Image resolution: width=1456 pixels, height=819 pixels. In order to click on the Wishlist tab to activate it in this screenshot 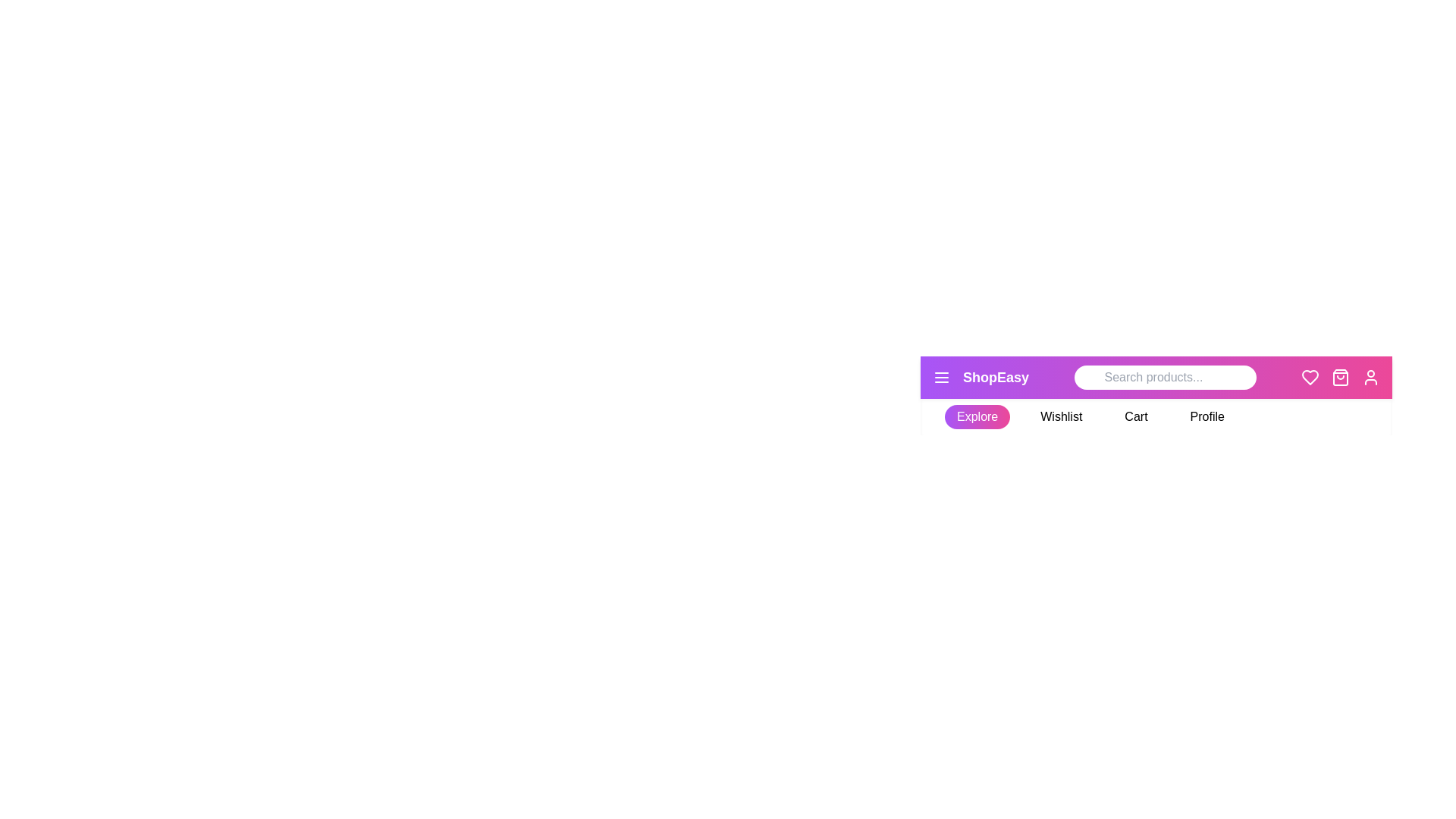, I will do `click(1060, 417)`.